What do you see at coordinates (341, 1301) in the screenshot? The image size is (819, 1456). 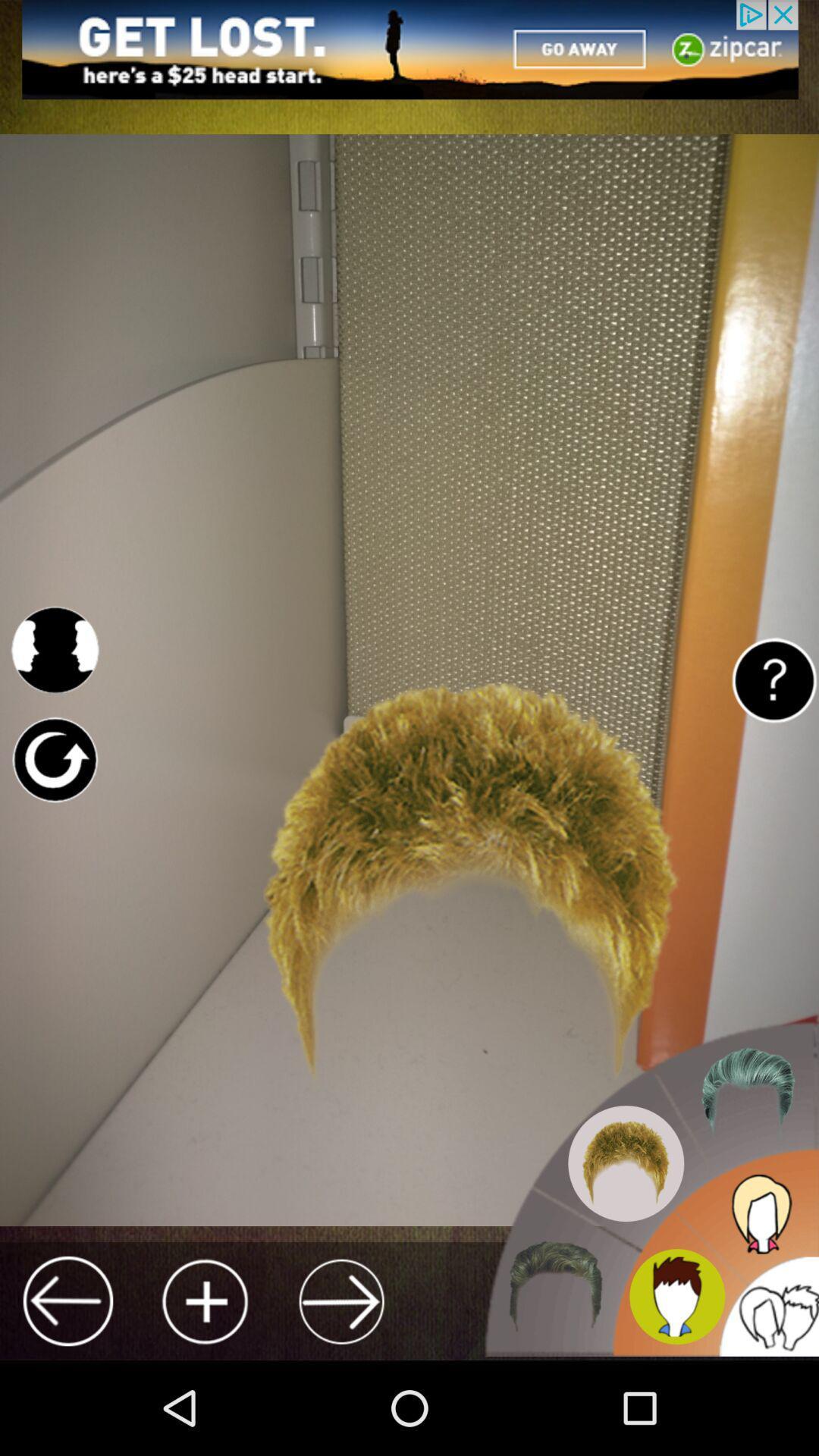 I see `next page` at bounding box center [341, 1301].